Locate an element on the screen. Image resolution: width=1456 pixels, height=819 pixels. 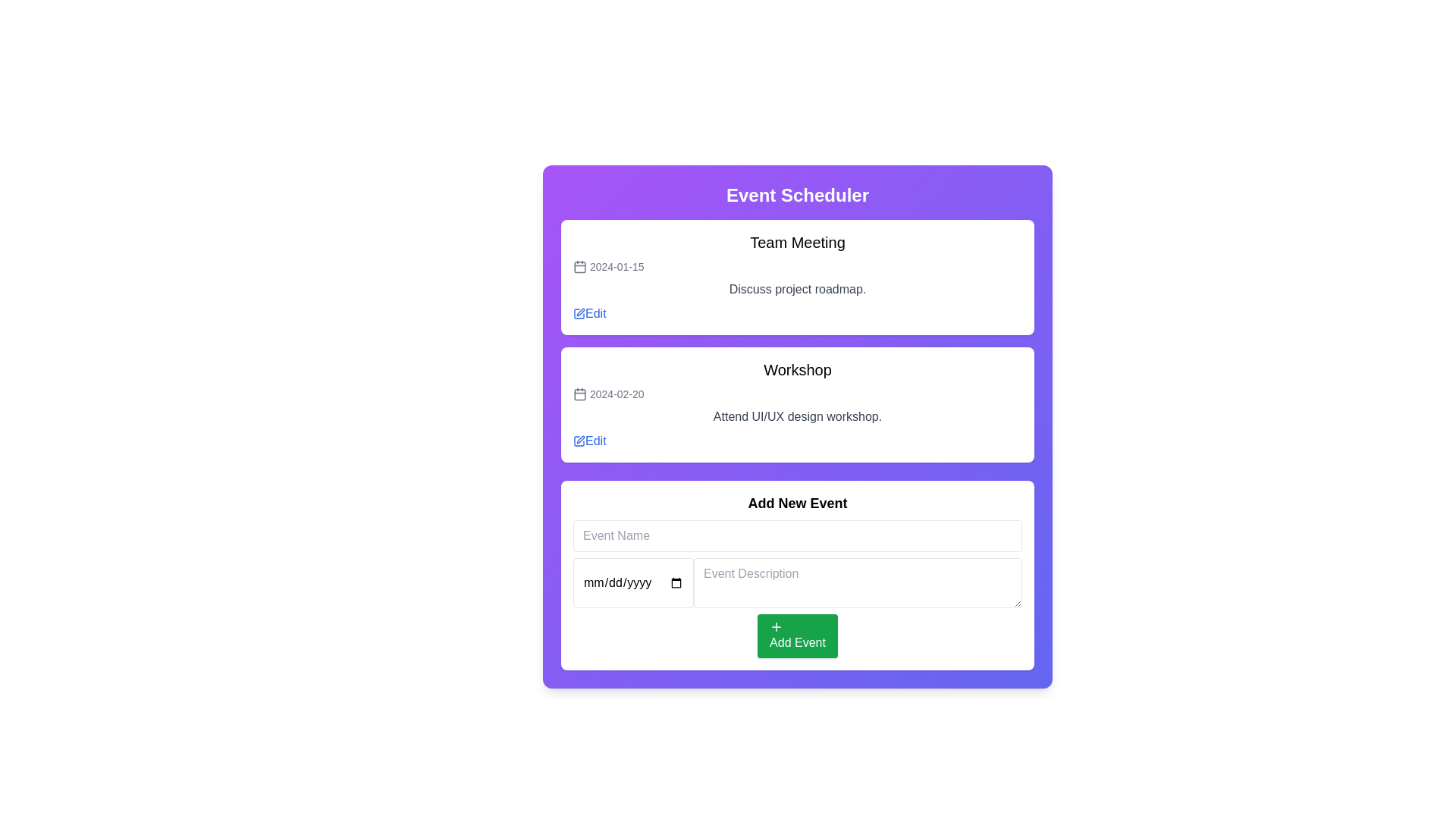
the '+' icon located left-aligned within the green 'Add Event' button at the bottom of the 'Add New Event' section is located at coordinates (776, 626).